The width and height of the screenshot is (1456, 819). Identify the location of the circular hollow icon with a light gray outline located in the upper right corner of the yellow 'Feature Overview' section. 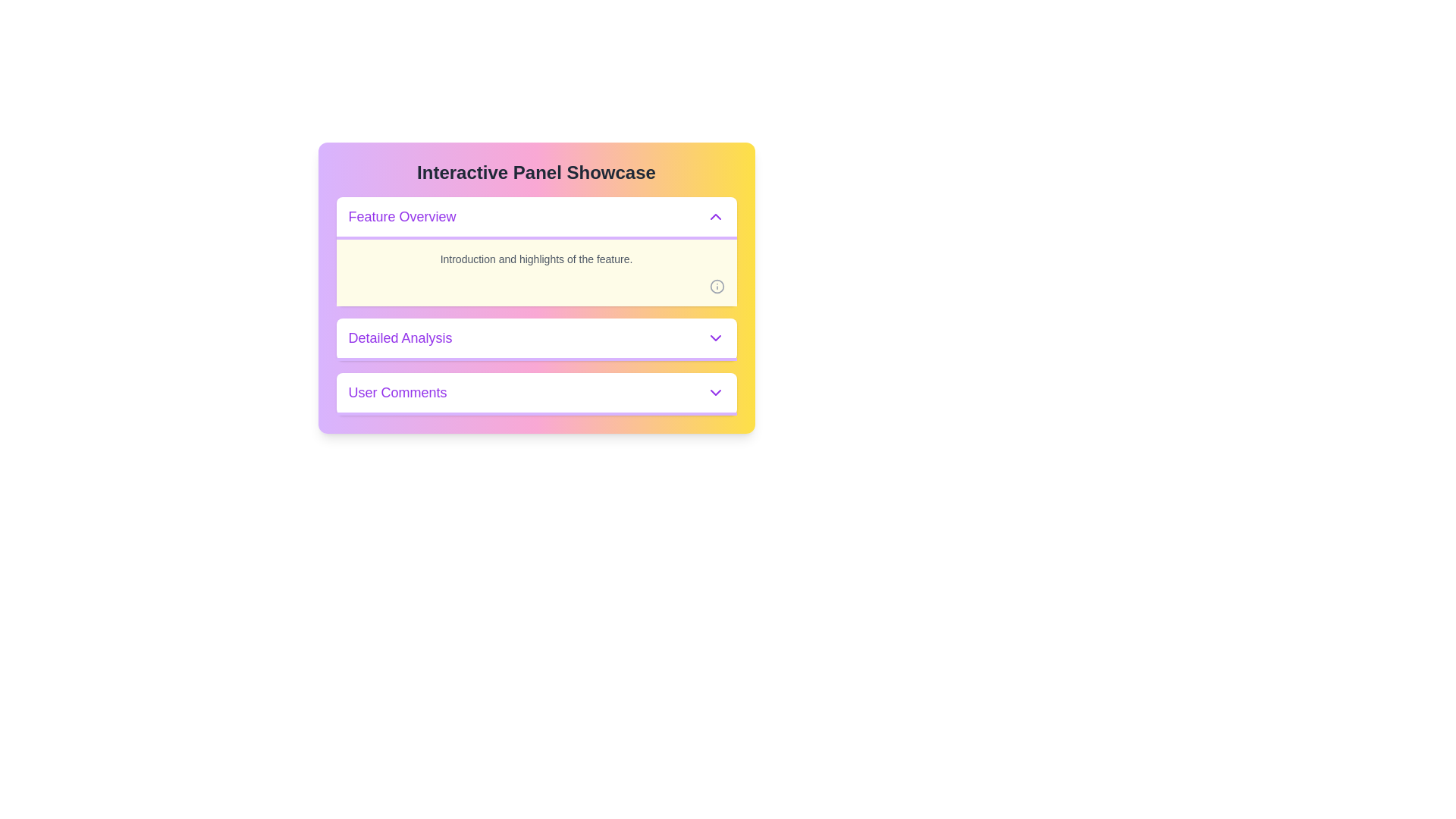
(716, 287).